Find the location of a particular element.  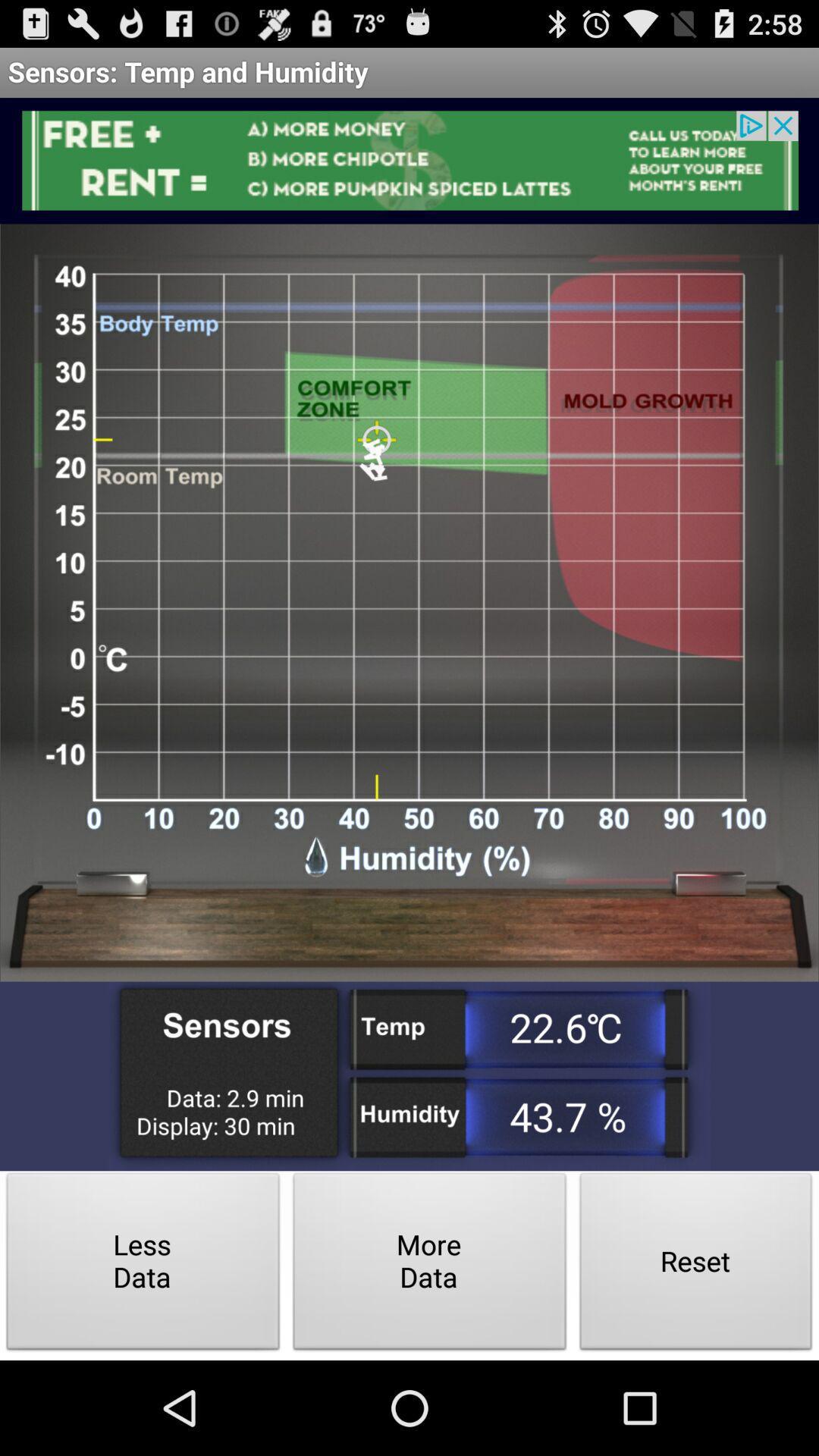

the reset button is located at coordinates (696, 1266).